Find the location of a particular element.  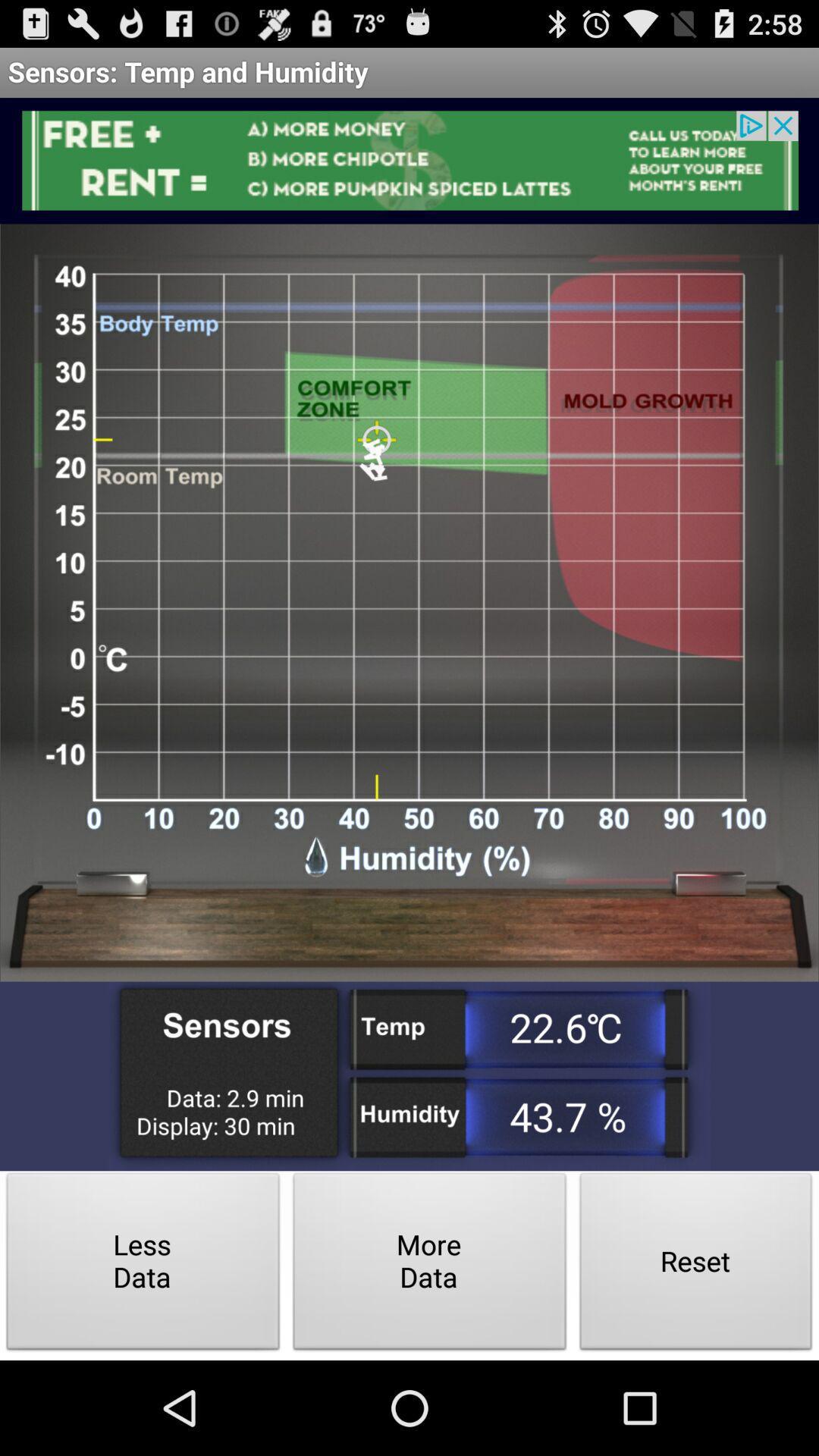

the reset button is located at coordinates (696, 1266).